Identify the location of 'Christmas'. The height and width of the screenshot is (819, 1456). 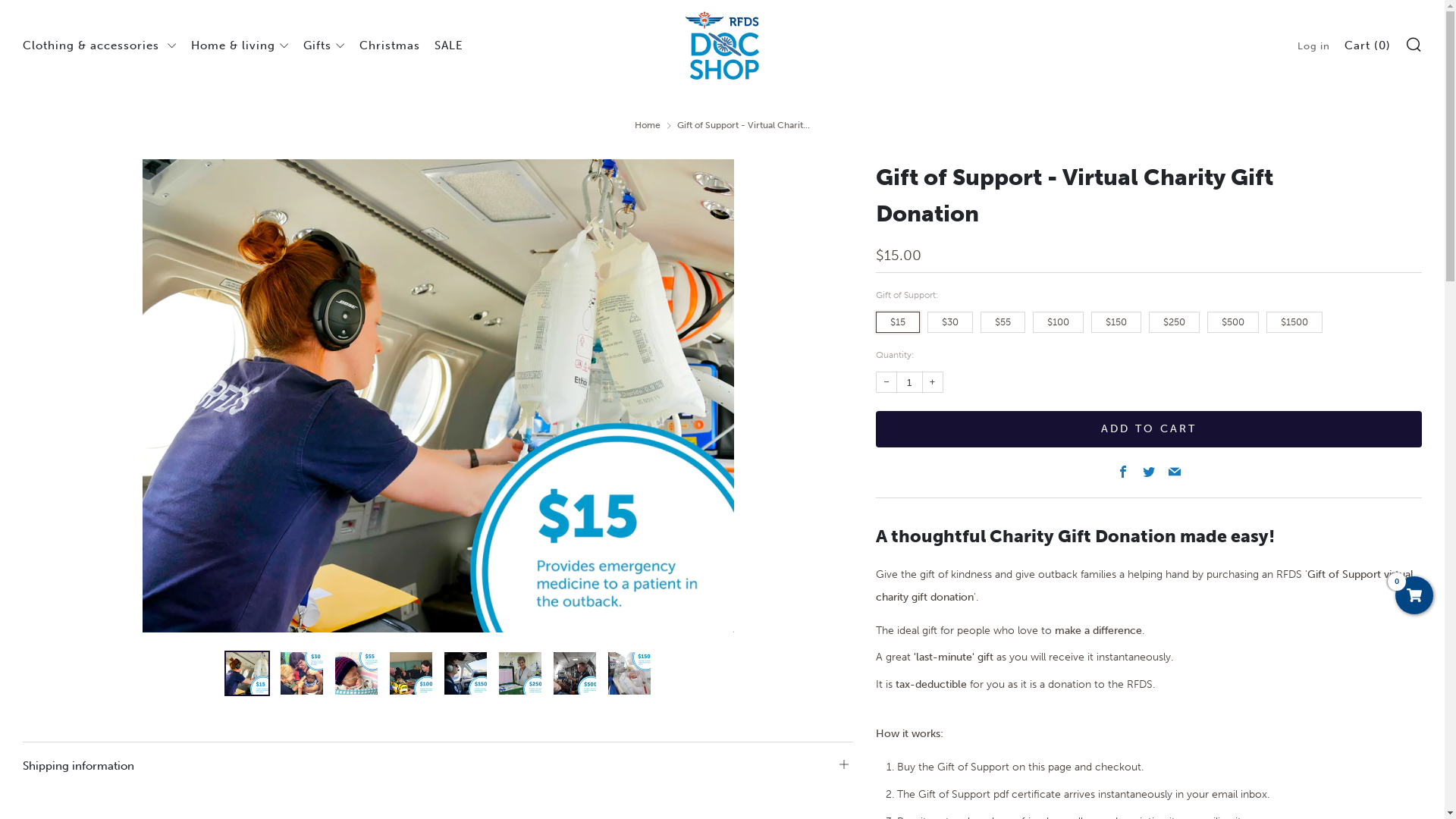
(389, 45).